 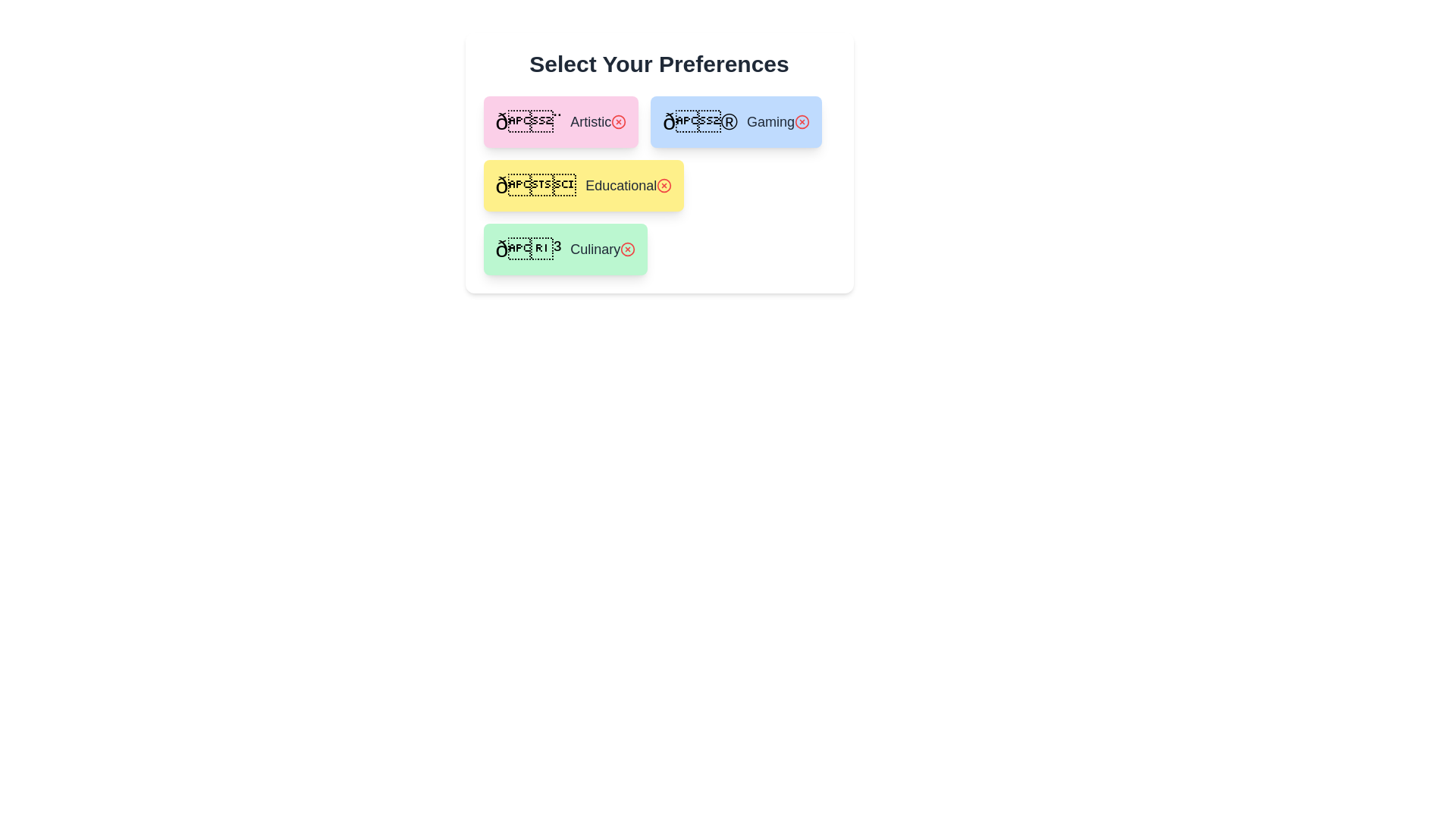 What do you see at coordinates (619, 121) in the screenshot?
I see `remove button for the preference labeled Artistic` at bounding box center [619, 121].